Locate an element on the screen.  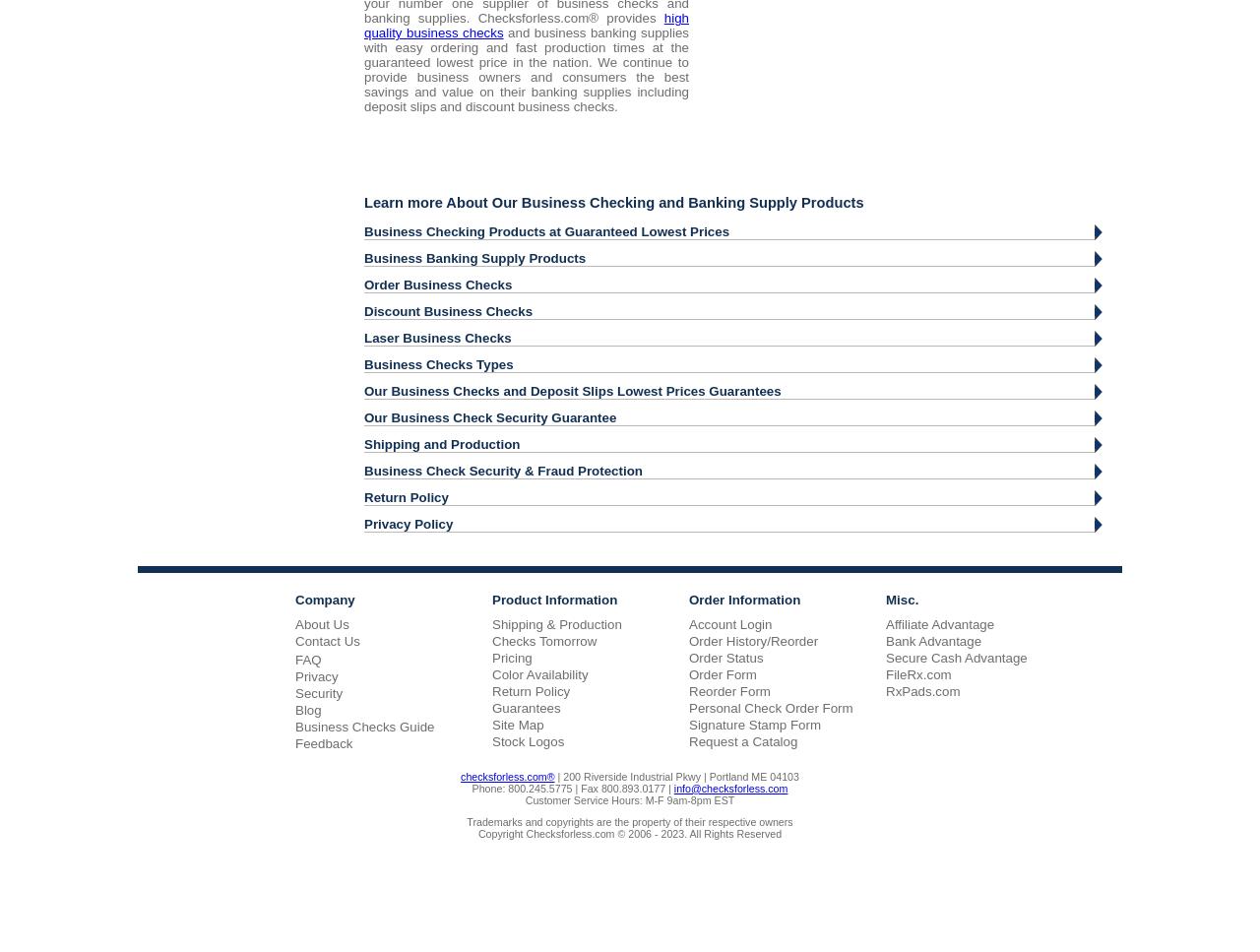
'Company' is located at coordinates (324, 599).